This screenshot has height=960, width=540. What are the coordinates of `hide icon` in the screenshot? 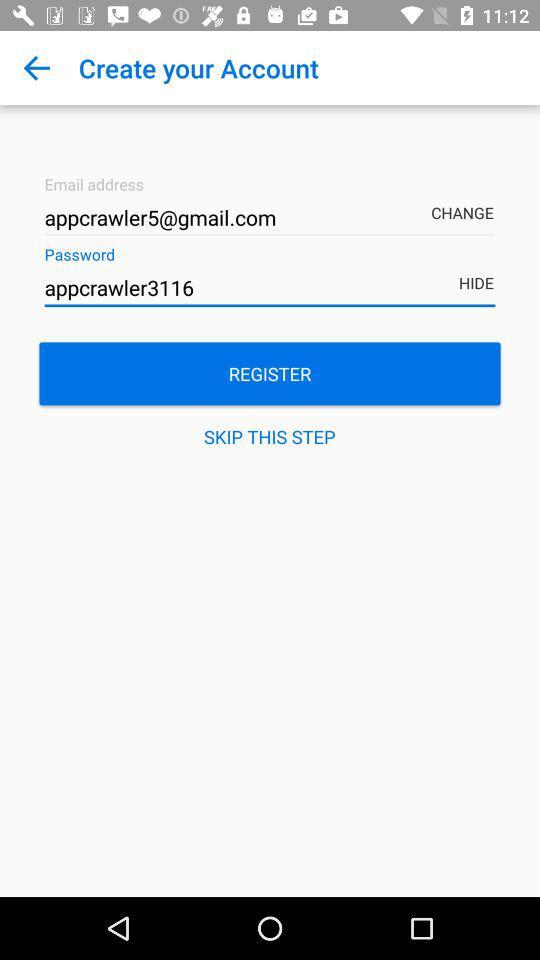 It's located at (478, 268).